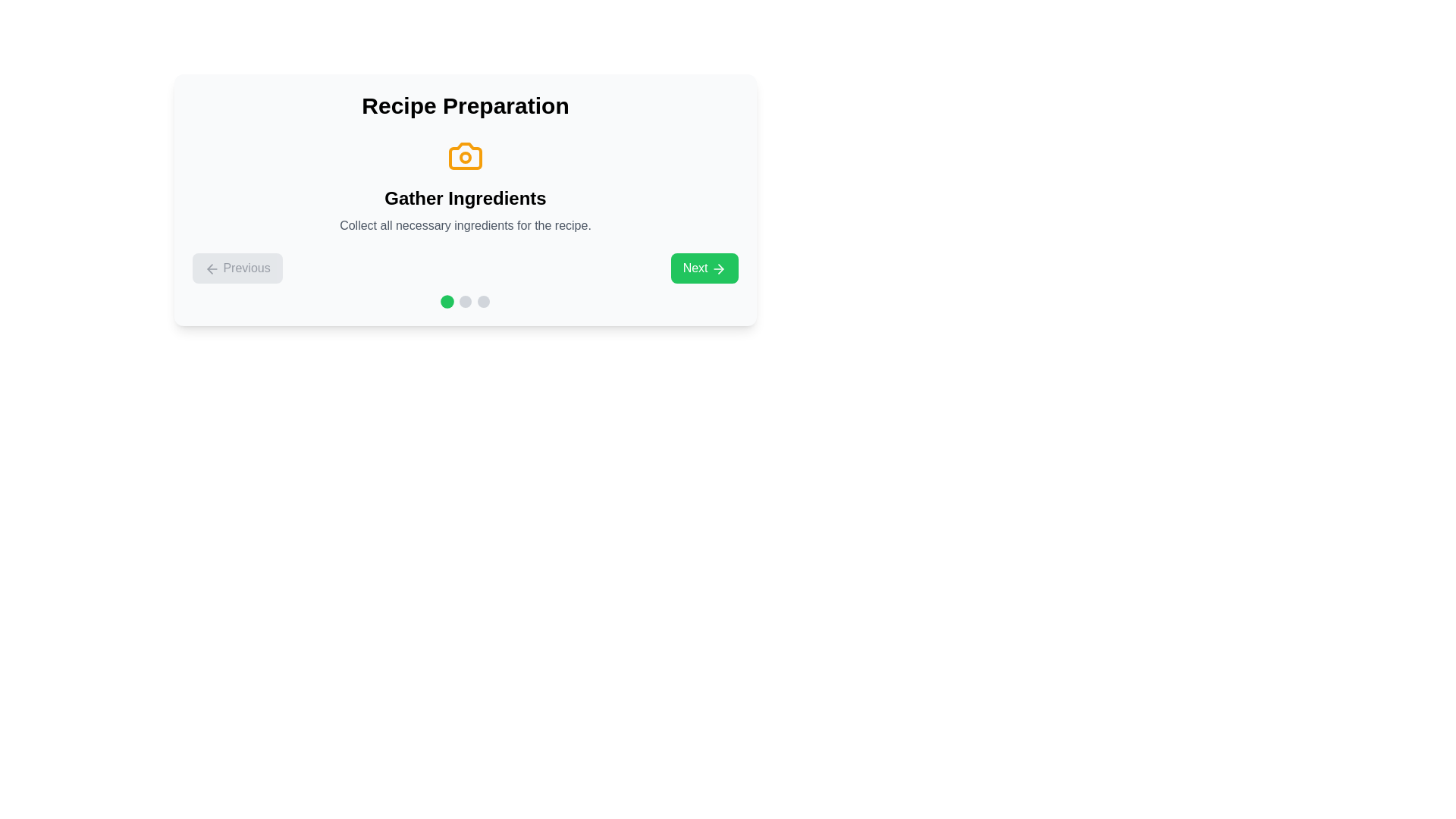  What do you see at coordinates (465, 158) in the screenshot?
I see `the central part of the camera icon, which is a bright amber circle representing the lens` at bounding box center [465, 158].